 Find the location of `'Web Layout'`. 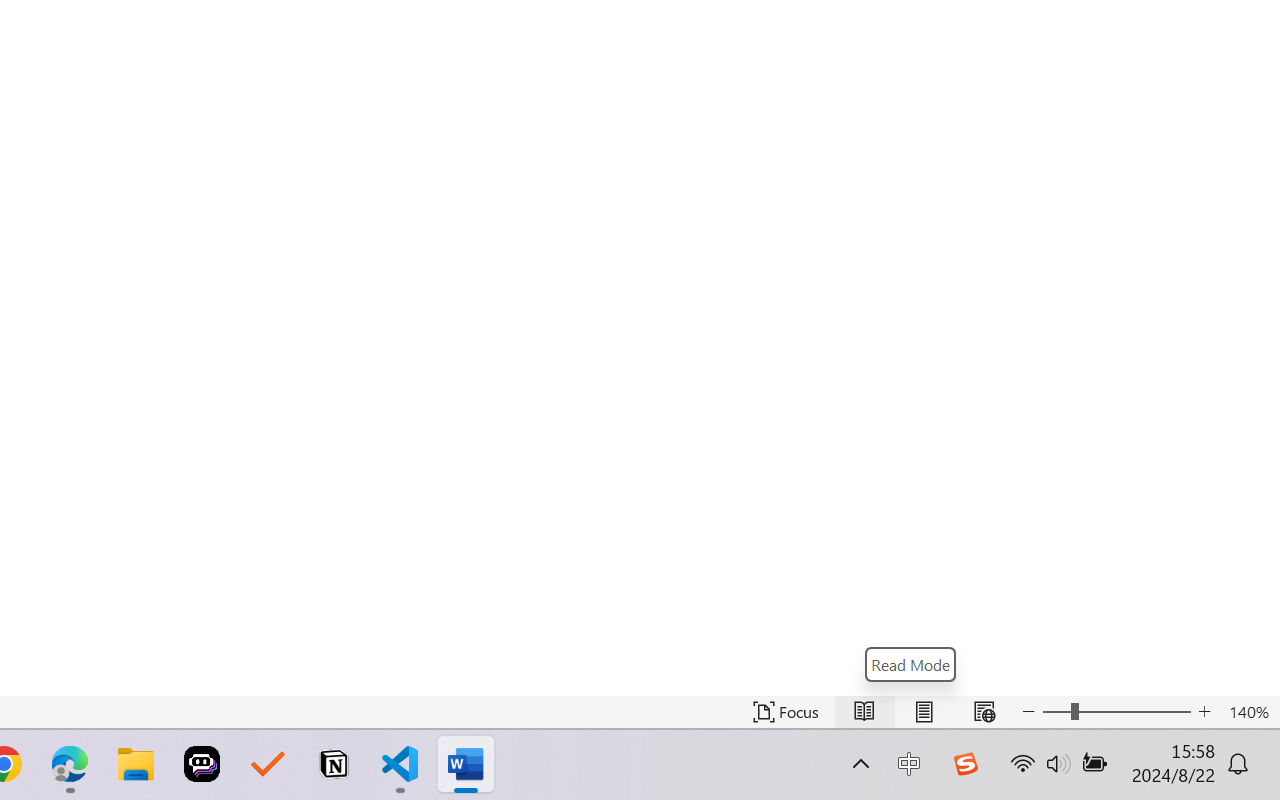

'Web Layout' is located at coordinates (984, 711).